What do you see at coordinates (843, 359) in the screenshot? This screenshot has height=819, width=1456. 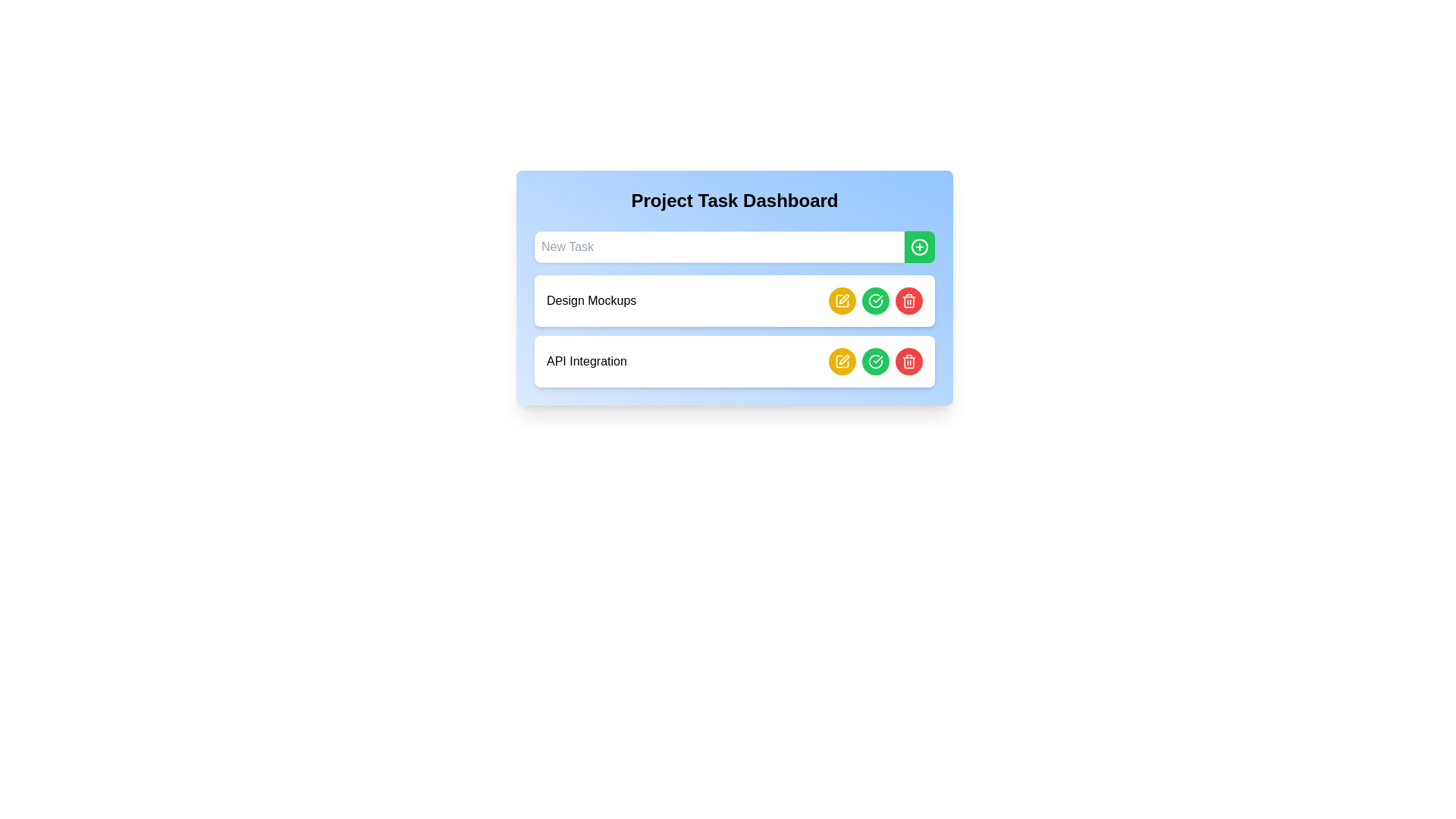 I see `the editing icon located at the left of the green checkmark icon within the task card` at bounding box center [843, 359].